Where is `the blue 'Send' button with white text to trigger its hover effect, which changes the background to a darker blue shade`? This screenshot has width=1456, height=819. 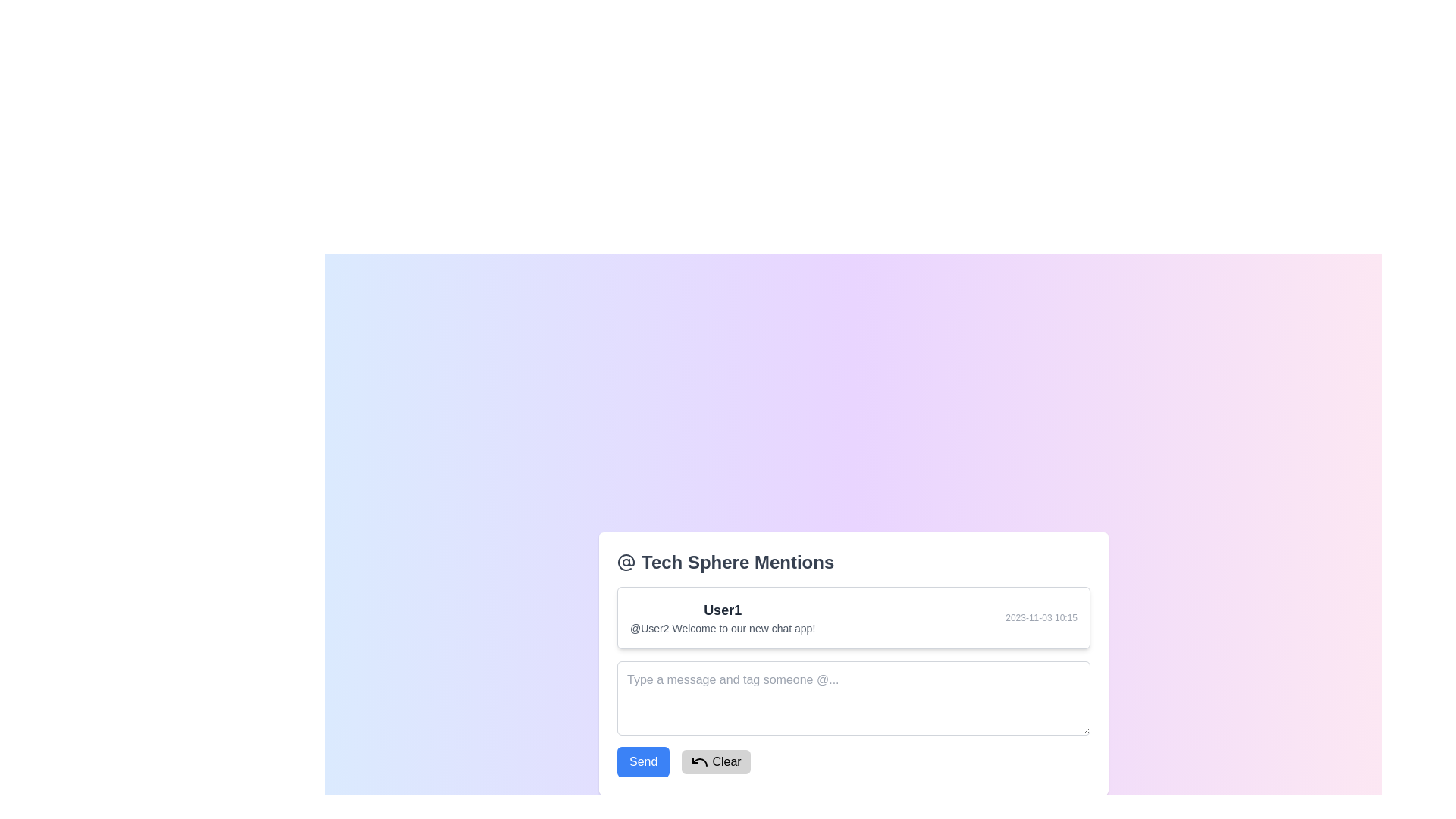 the blue 'Send' button with white text to trigger its hover effect, which changes the background to a darker blue shade is located at coordinates (643, 761).